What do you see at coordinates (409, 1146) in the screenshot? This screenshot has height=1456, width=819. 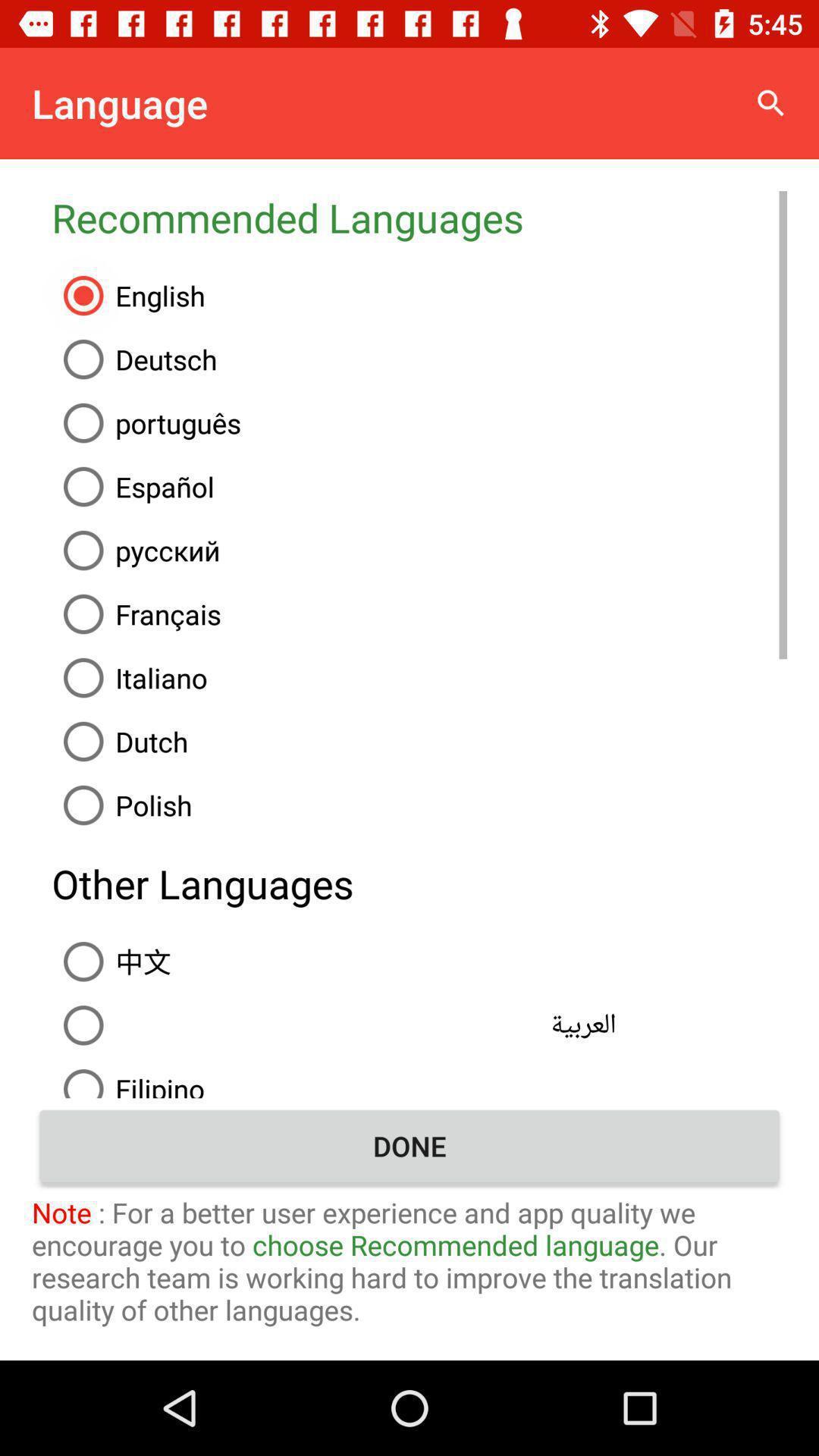 I see `the item above the note for a item` at bounding box center [409, 1146].